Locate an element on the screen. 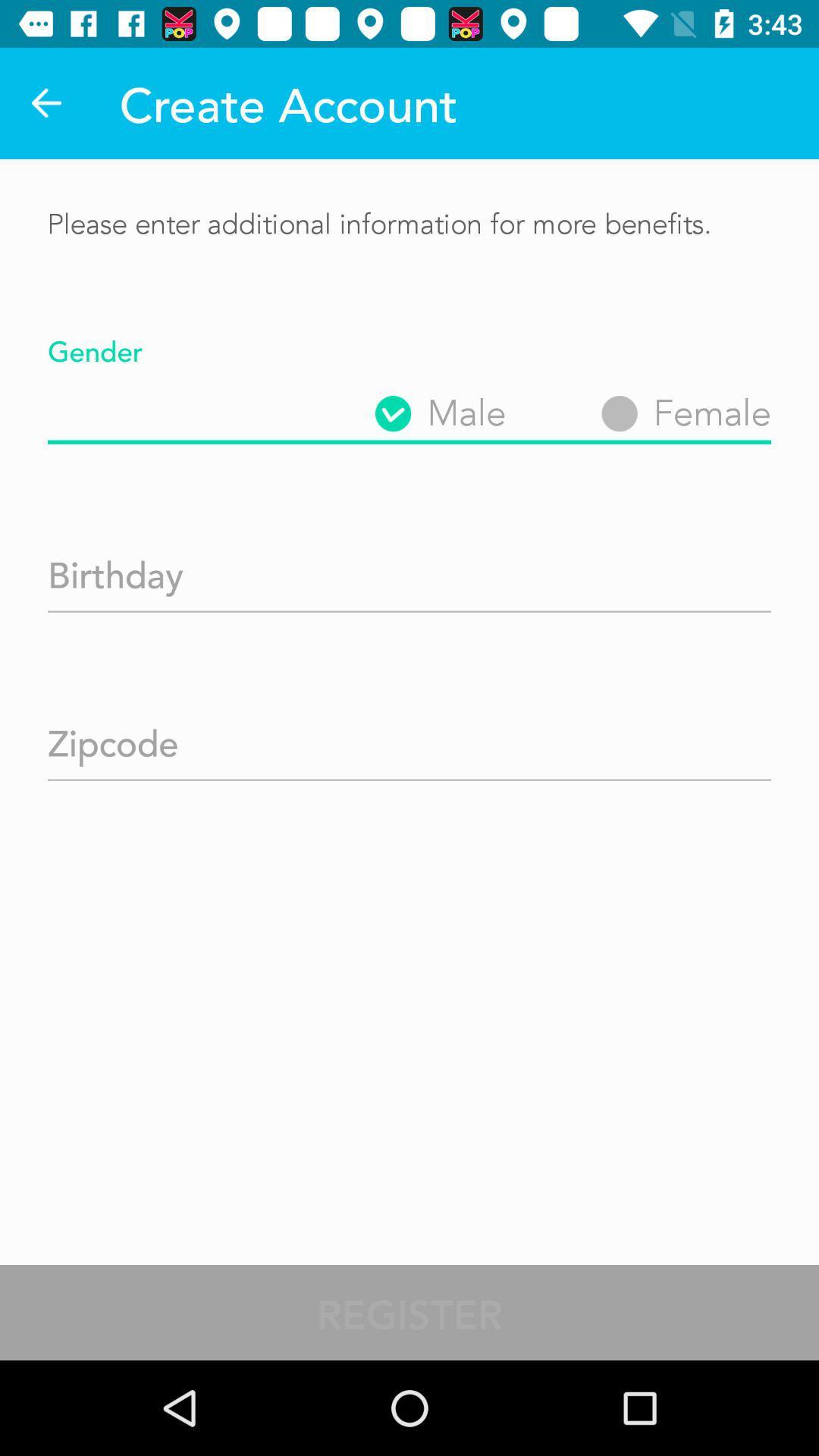 The width and height of the screenshot is (819, 1456). birthday text box is located at coordinates (409, 569).